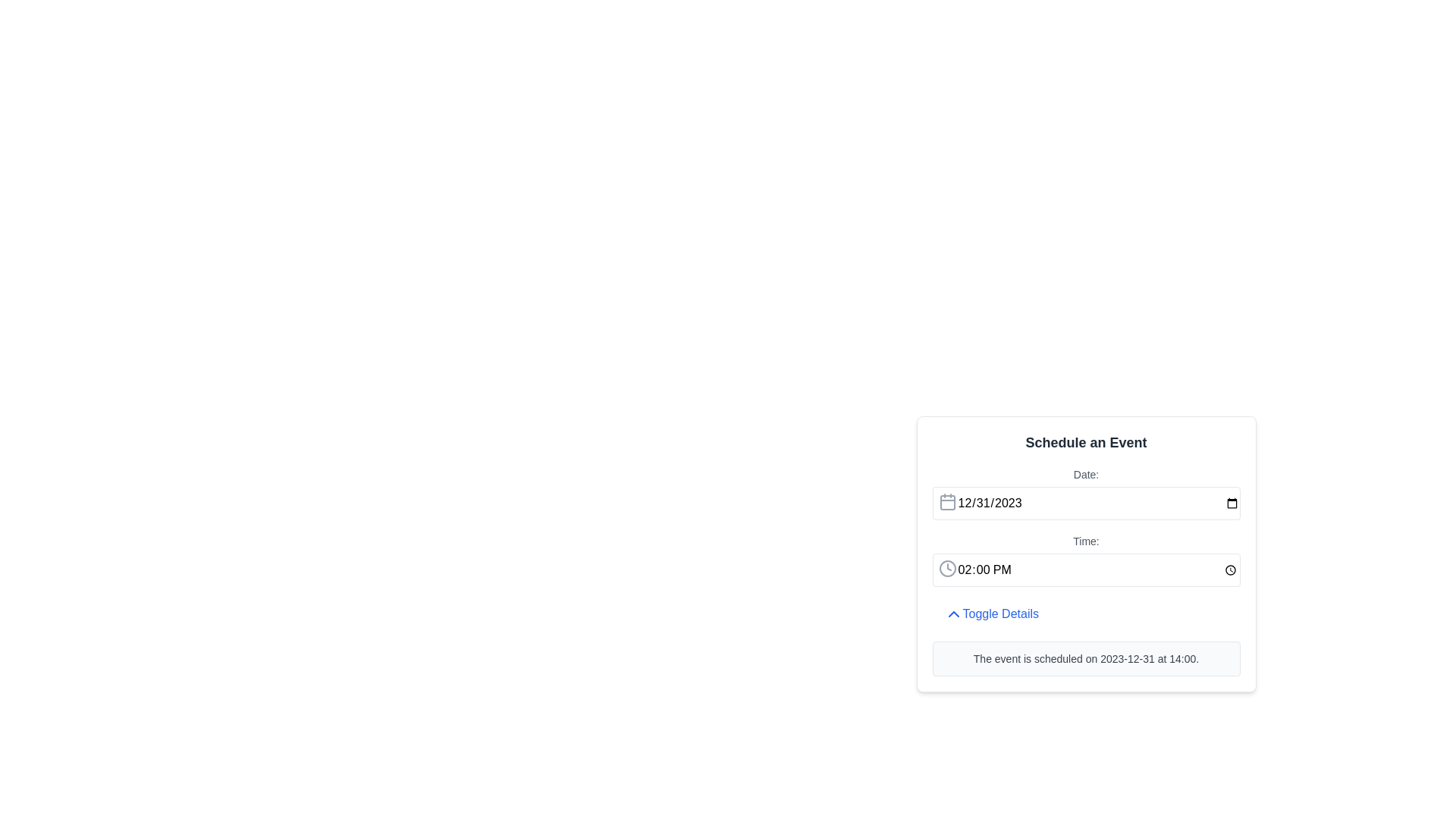  I want to click on the text input field adjacent to the calendar icon, so click(946, 502).